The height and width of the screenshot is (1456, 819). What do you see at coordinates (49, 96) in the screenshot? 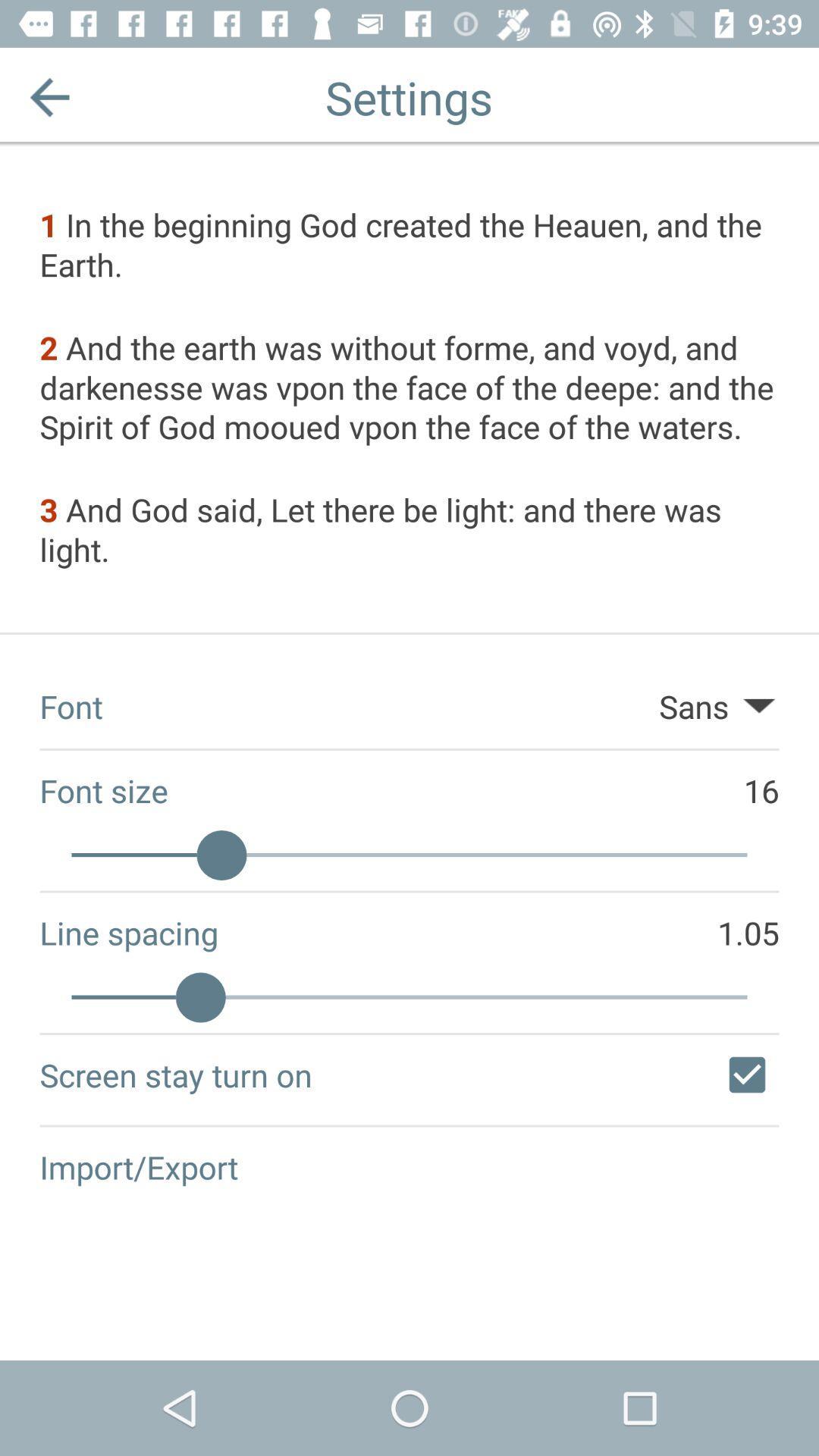
I see `icon next to settings` at bounding box center [49, 96].